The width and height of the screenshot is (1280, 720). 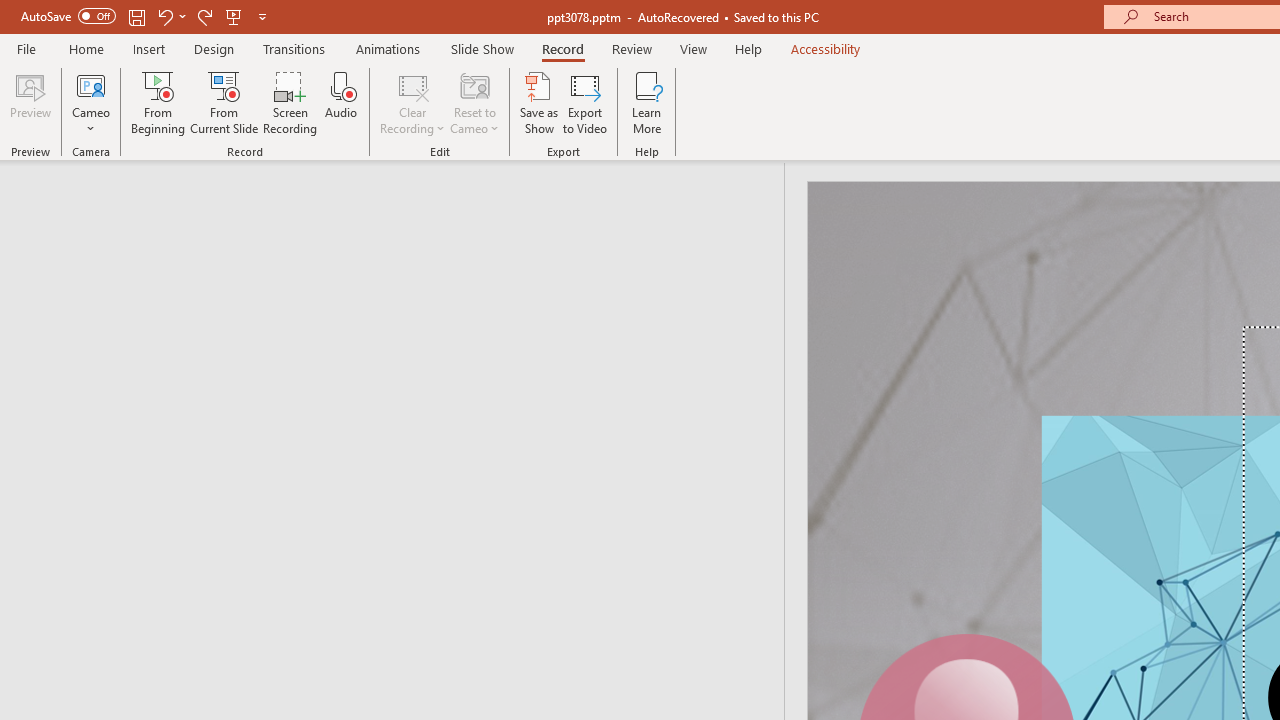 I want to click on 'Save as Show', so click(x=539, y=103).